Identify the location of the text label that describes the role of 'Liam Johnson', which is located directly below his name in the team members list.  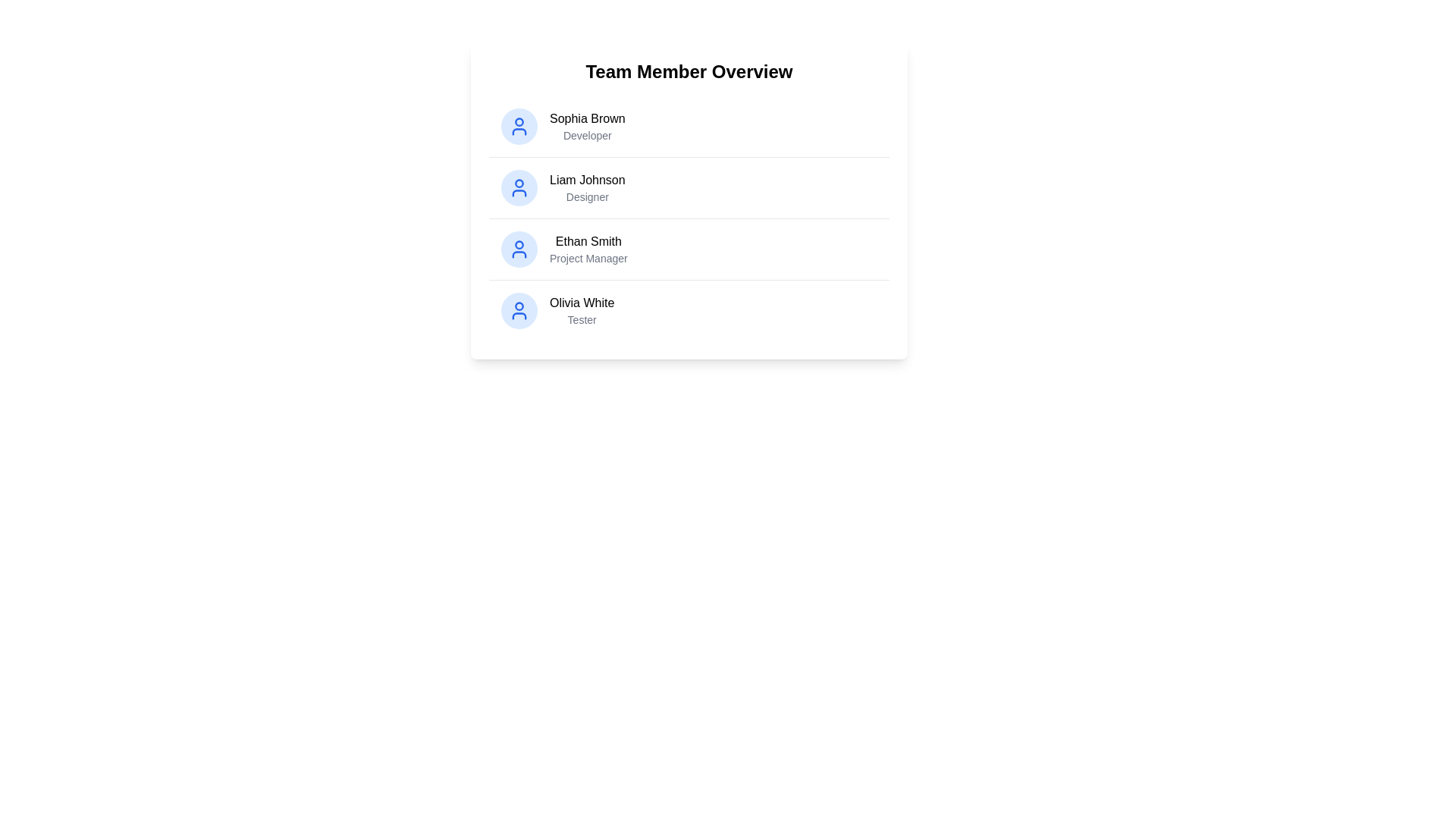
(586, 196).